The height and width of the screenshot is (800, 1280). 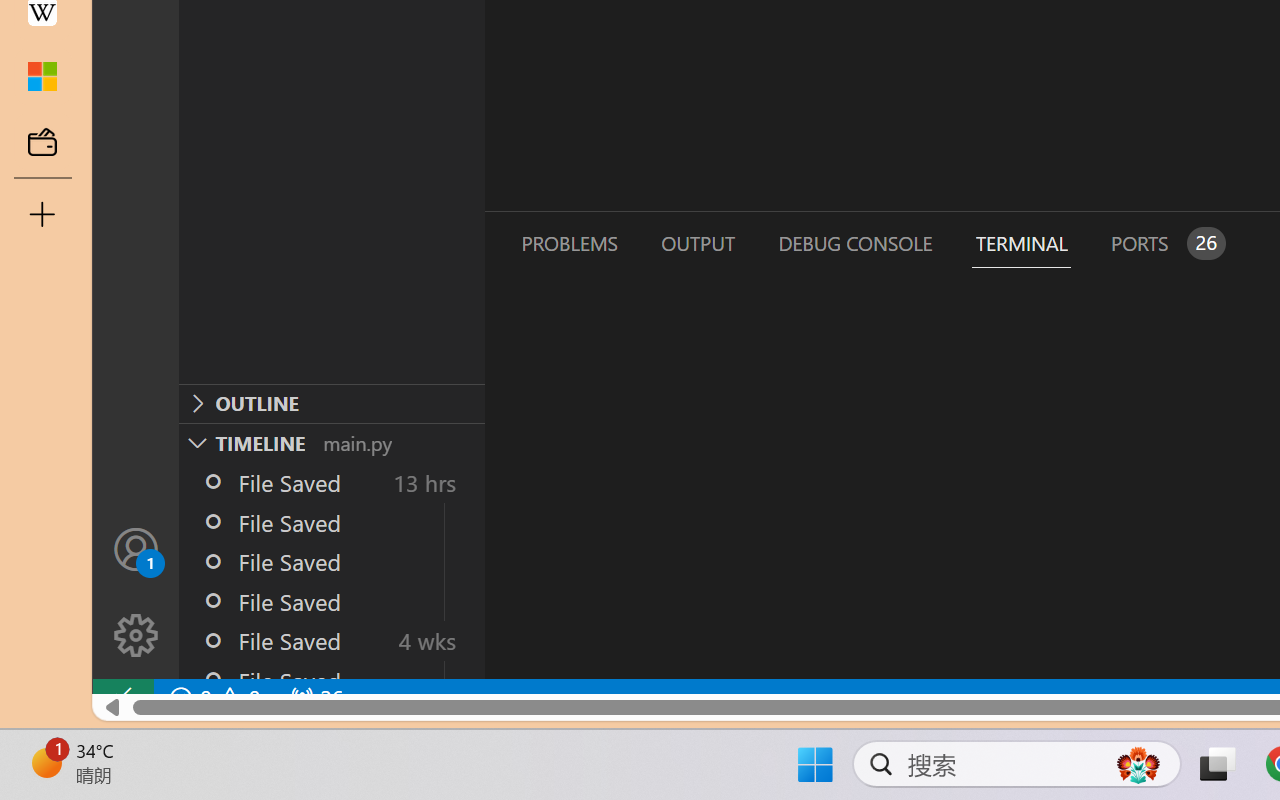 What do you see at coordinates (1165, 242) in the screenshot?
I see `'Ports - 26 forwarded ports'` at bounding box center [1165, 242].